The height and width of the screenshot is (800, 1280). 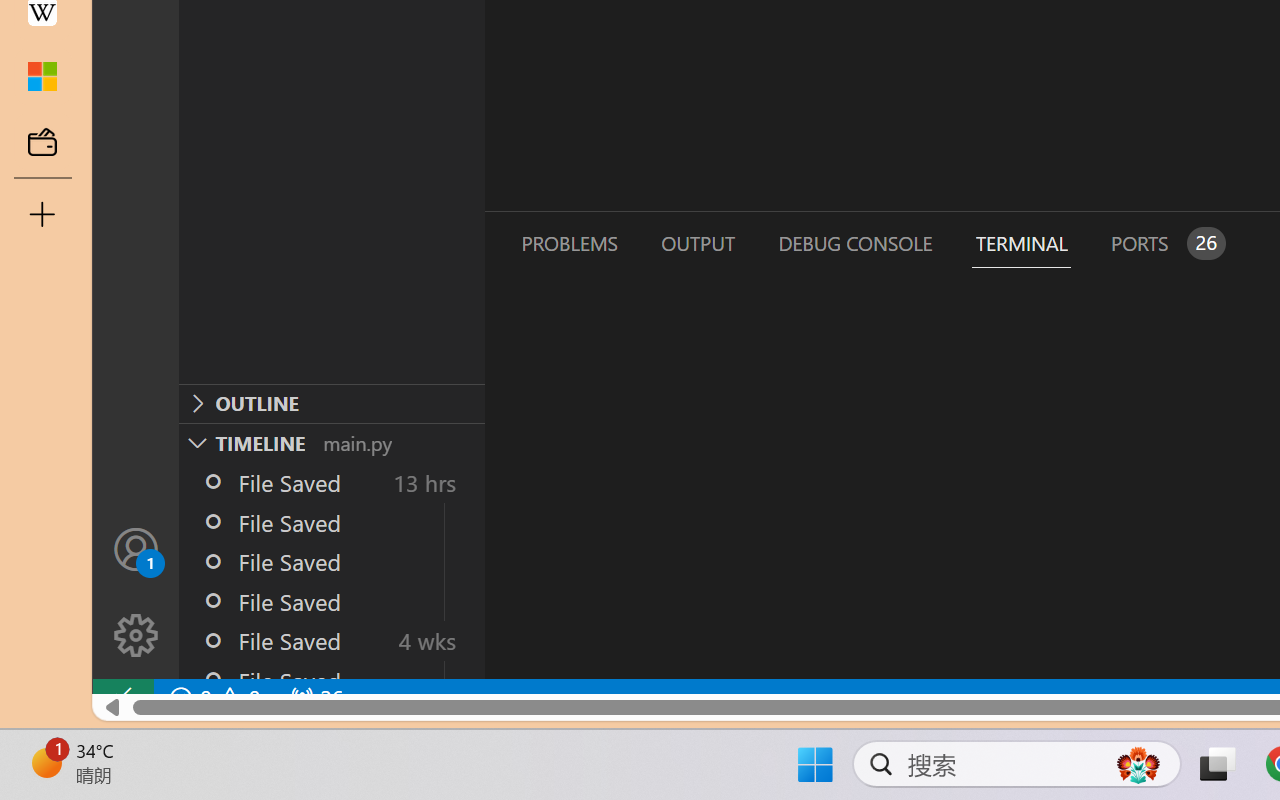 What do you see at coordinates (1165, 242) in the screenshot?
I see `'Ports - 26 forwarded ports'` at bounding box center [1165, 242].